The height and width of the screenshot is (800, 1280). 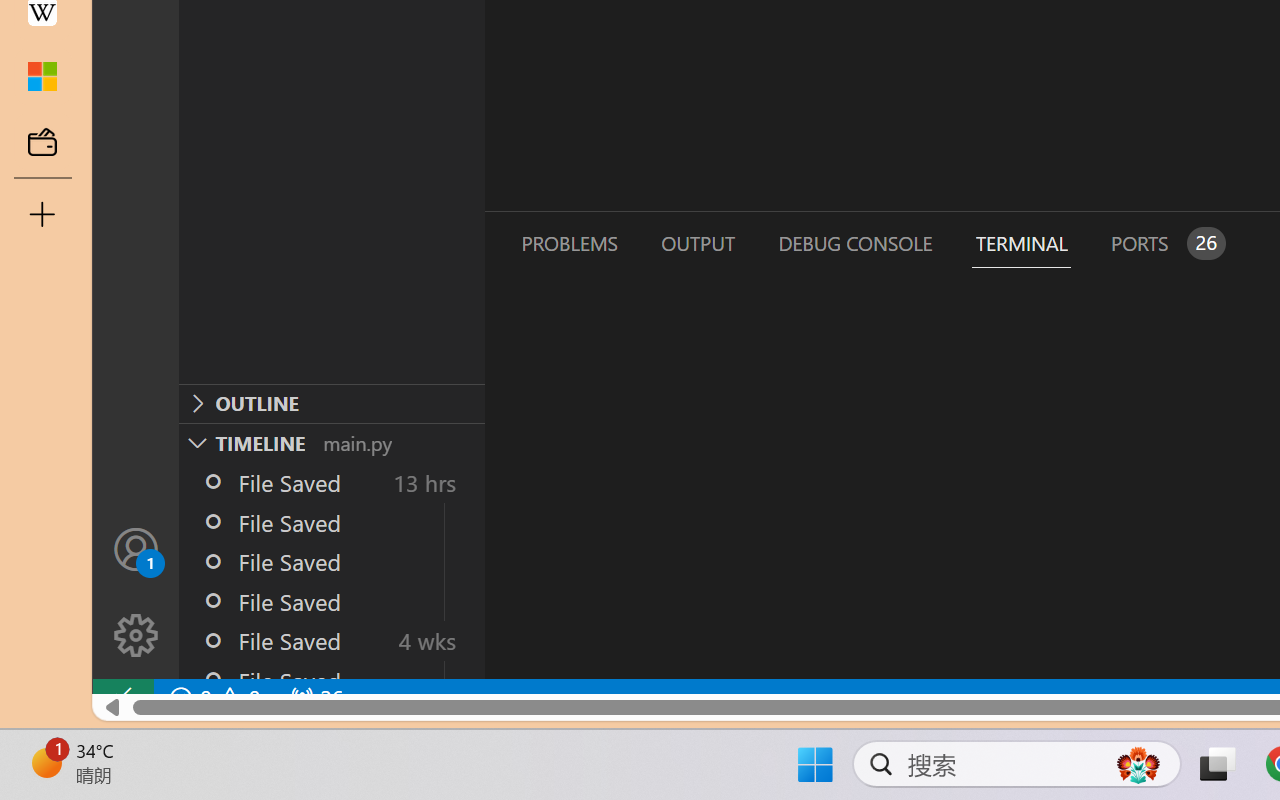 What do you see at coordinates (1165, 242) in the screenshot?
I see `'Ports - 26 forwarded ports'` at bounding box center [1165, 242].